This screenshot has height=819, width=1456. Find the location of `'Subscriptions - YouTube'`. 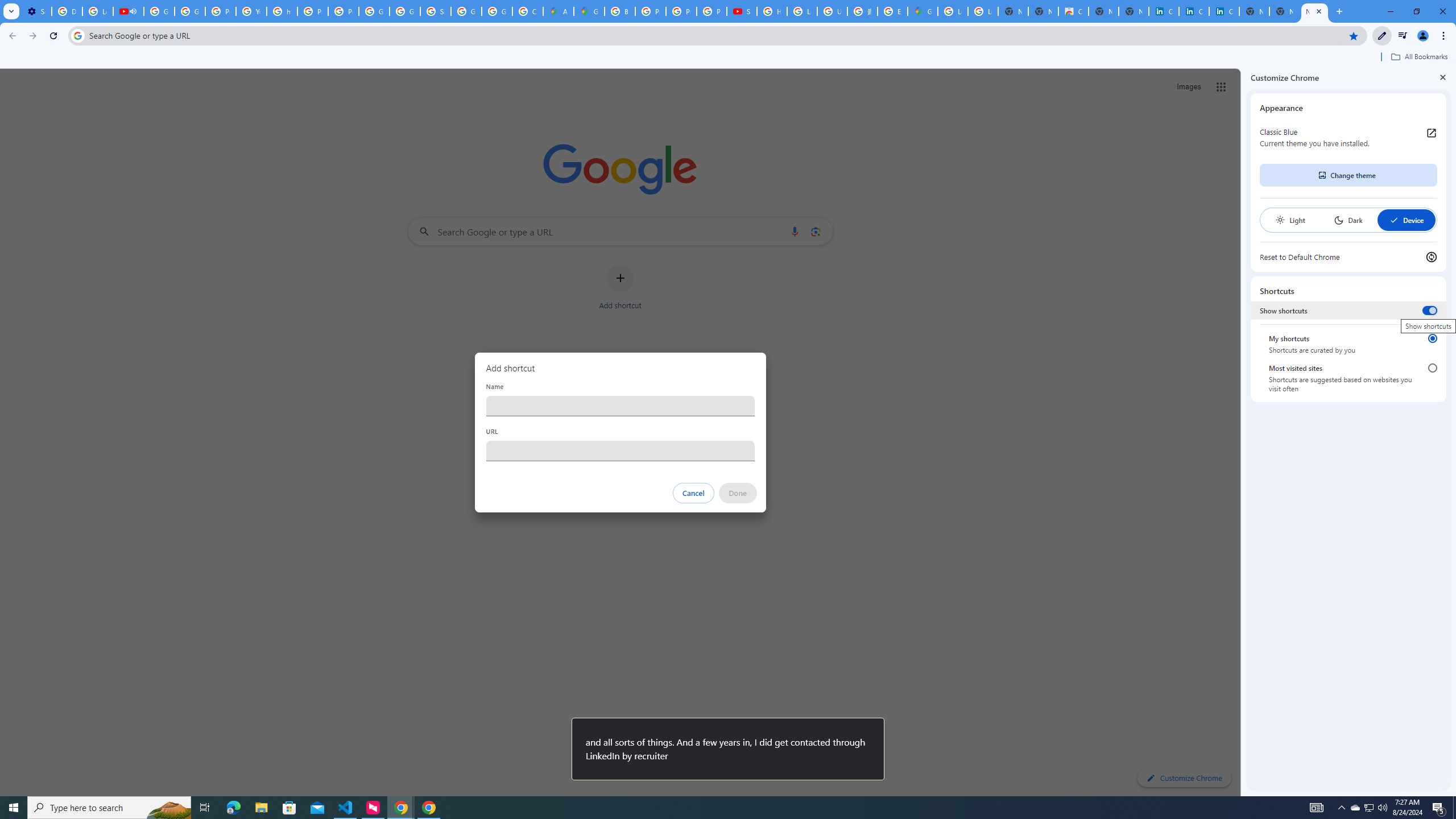

'Subscriptions - YouTube' is located at coordinates (742, 11).